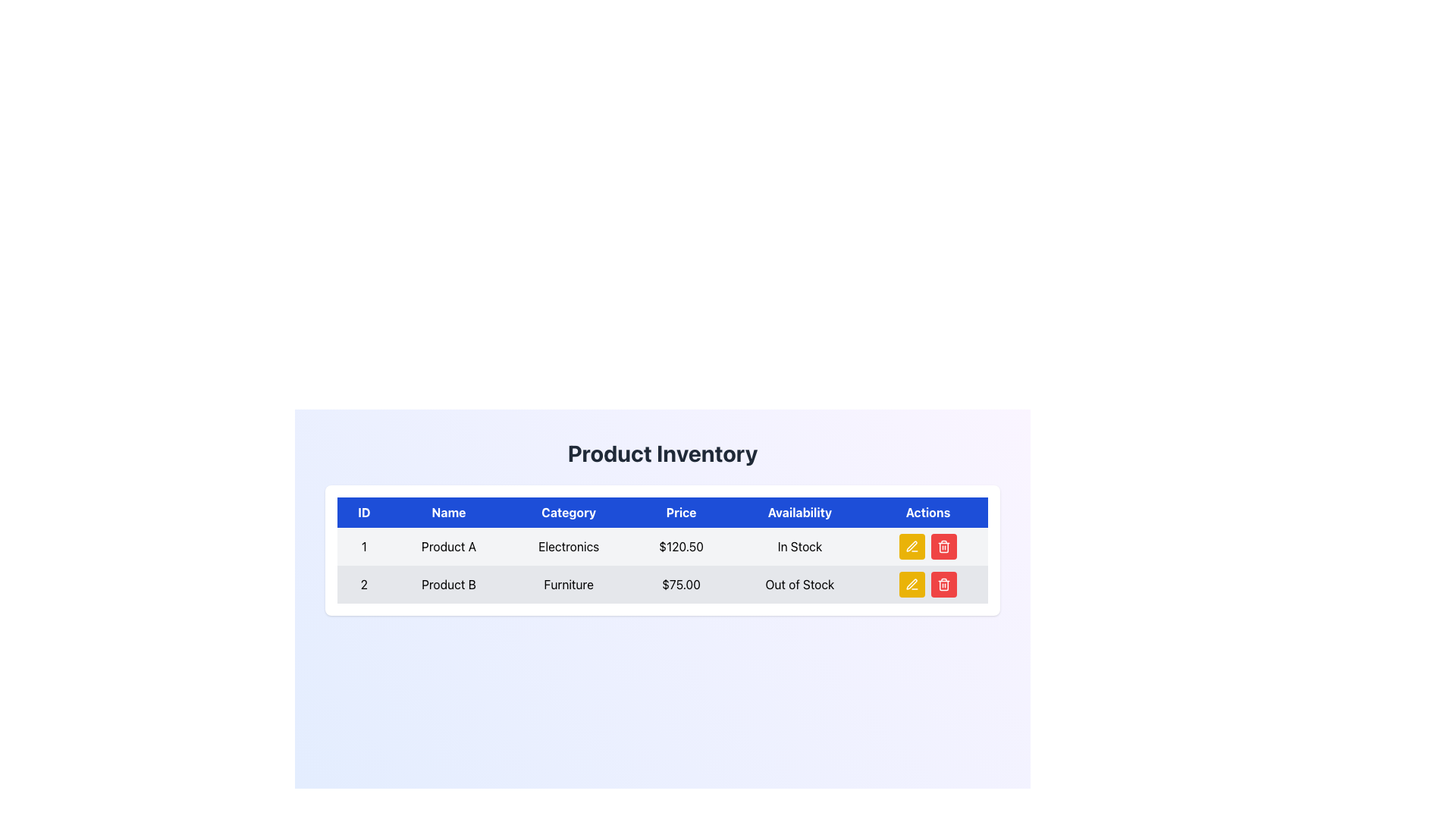  I want to click on numeral '1' displayed in a black font on a light gray background located in the ID column of a table, so click(364, 547).